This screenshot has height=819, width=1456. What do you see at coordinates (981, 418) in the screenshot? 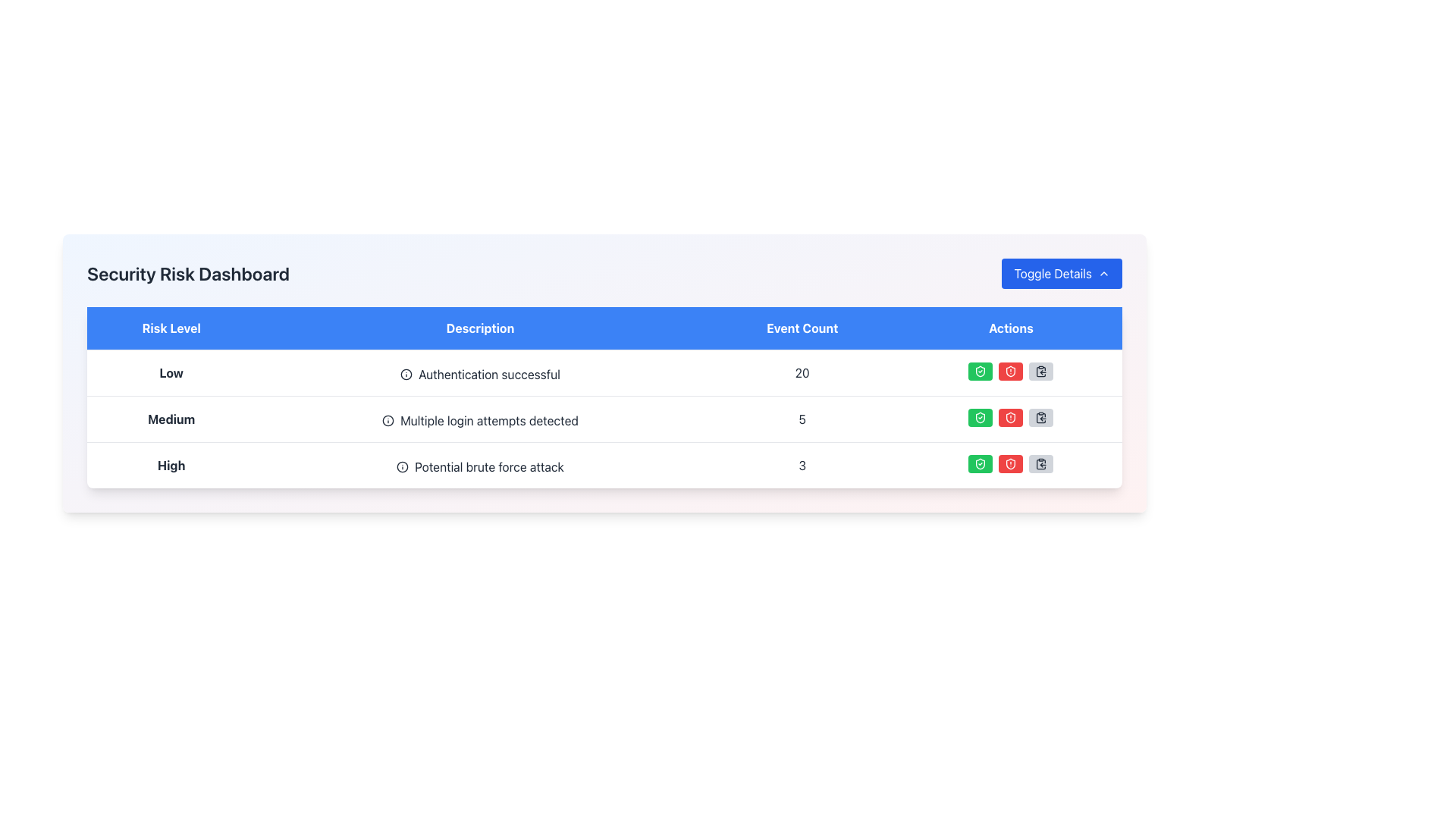
I see `the confirmation icon in the 'Actions' column of the last row (High risk level)` at bounding box center [981, 418].